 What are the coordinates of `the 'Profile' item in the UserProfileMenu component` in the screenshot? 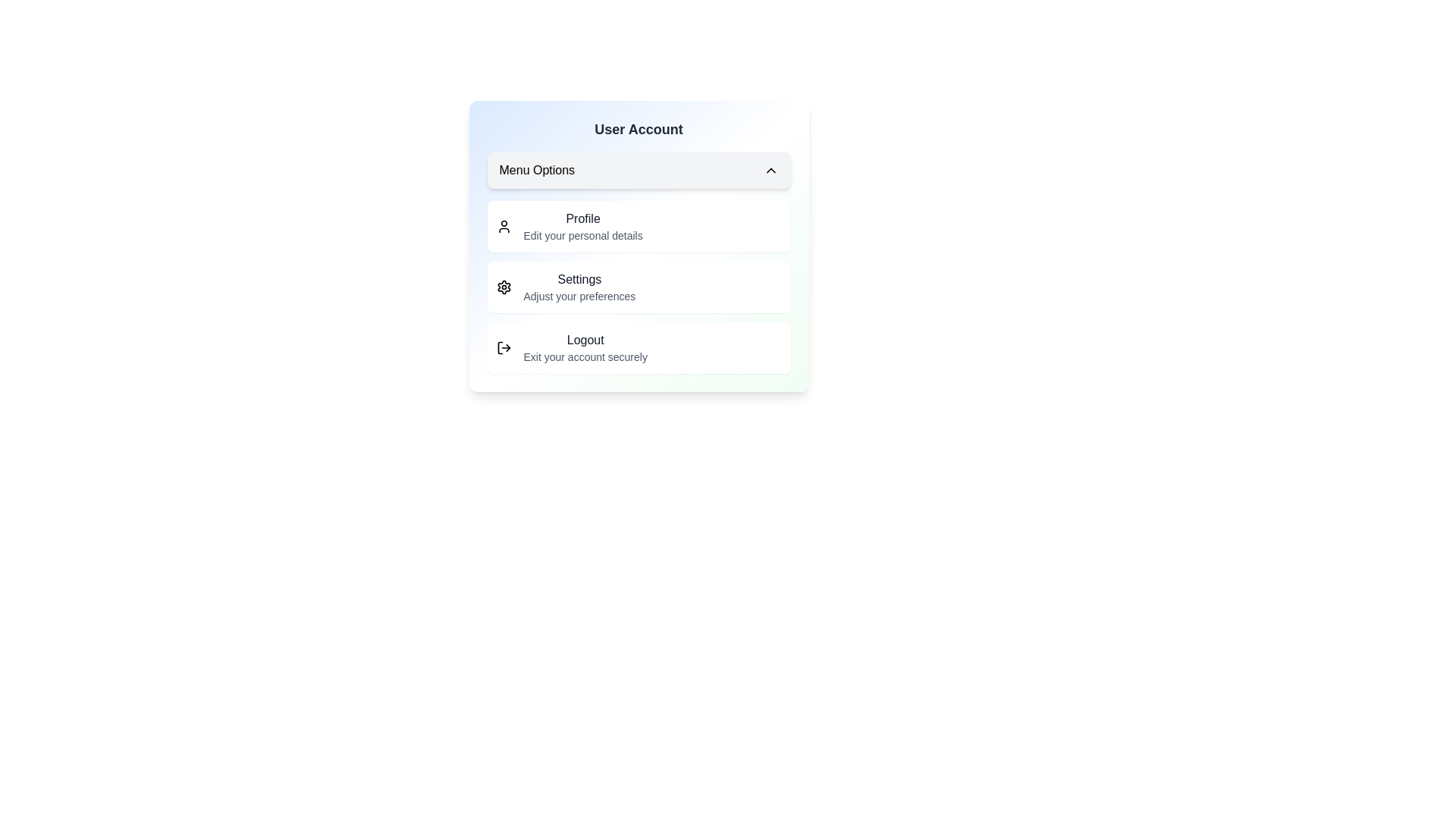 It's located at (582, 219).